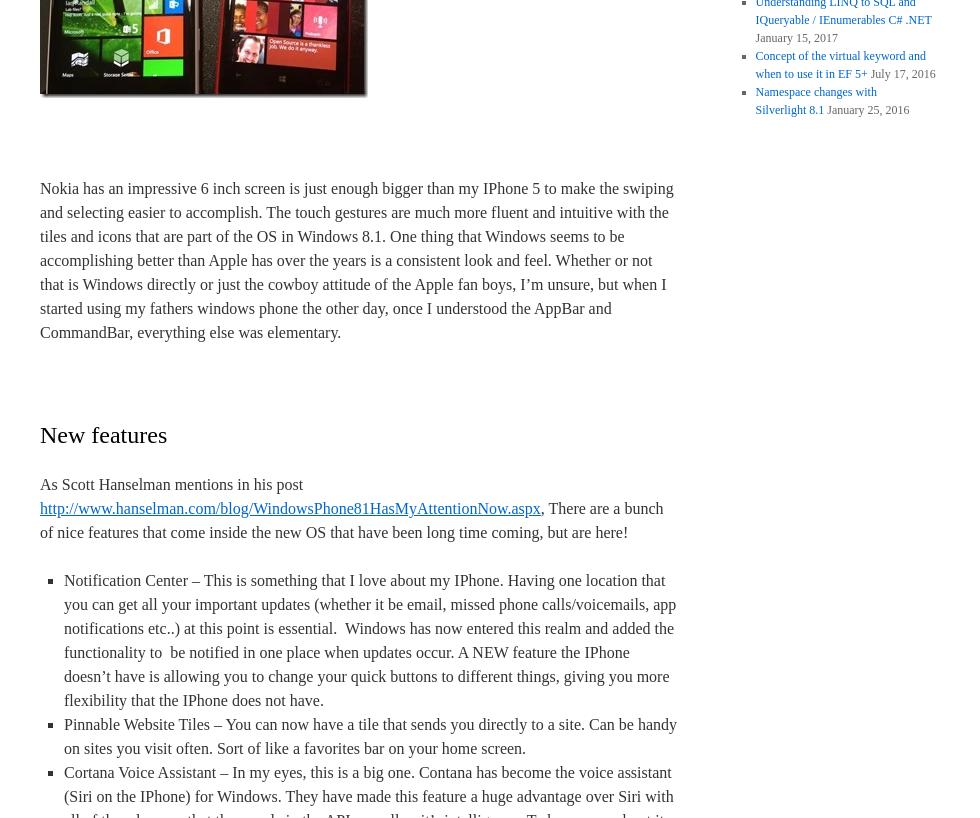 The image size is (980, 818). I want to click on 'January 15, 2017', so click(795, 37).